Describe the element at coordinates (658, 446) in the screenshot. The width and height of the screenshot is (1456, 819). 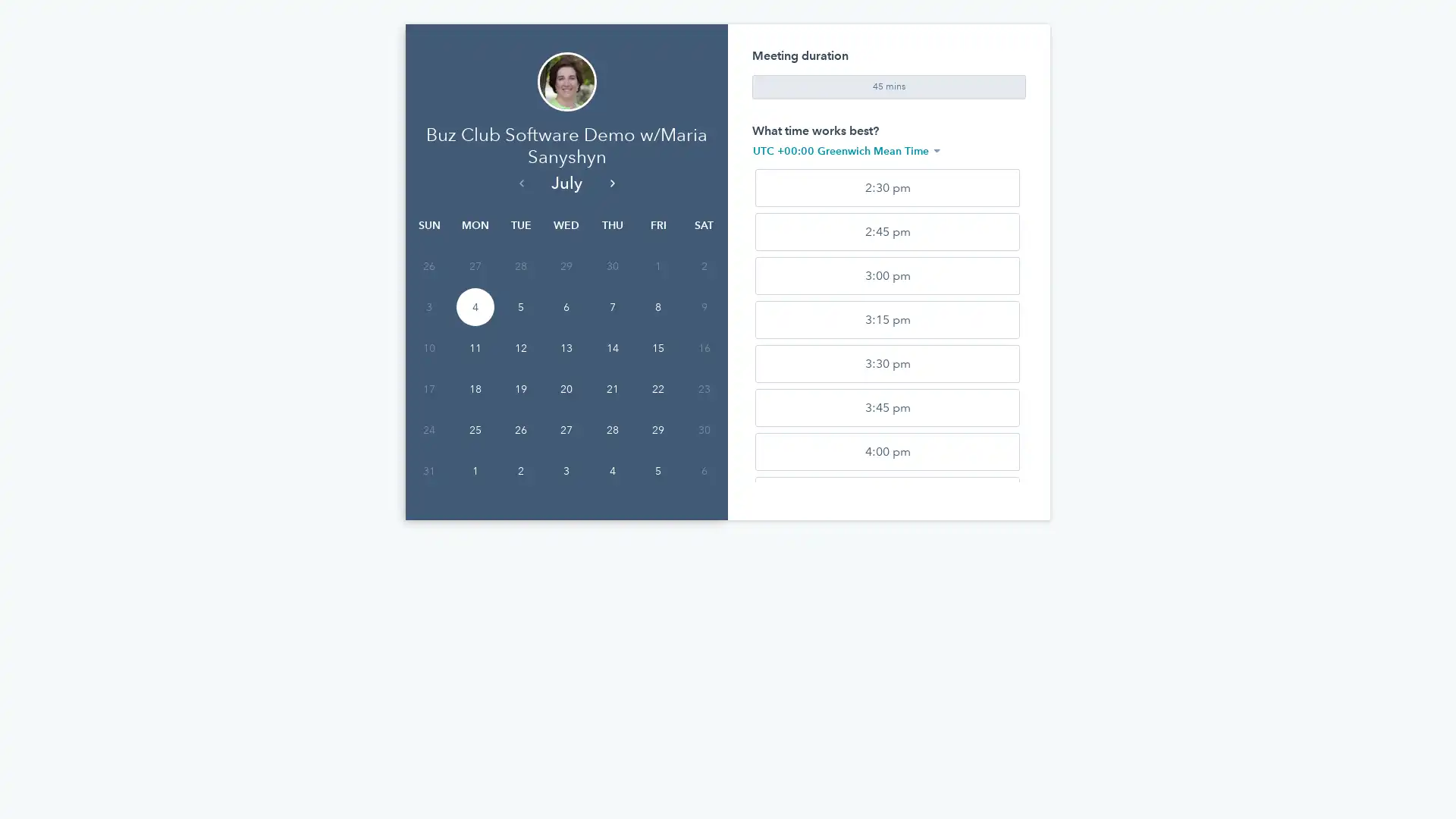
I see `July 22nd` at that location.